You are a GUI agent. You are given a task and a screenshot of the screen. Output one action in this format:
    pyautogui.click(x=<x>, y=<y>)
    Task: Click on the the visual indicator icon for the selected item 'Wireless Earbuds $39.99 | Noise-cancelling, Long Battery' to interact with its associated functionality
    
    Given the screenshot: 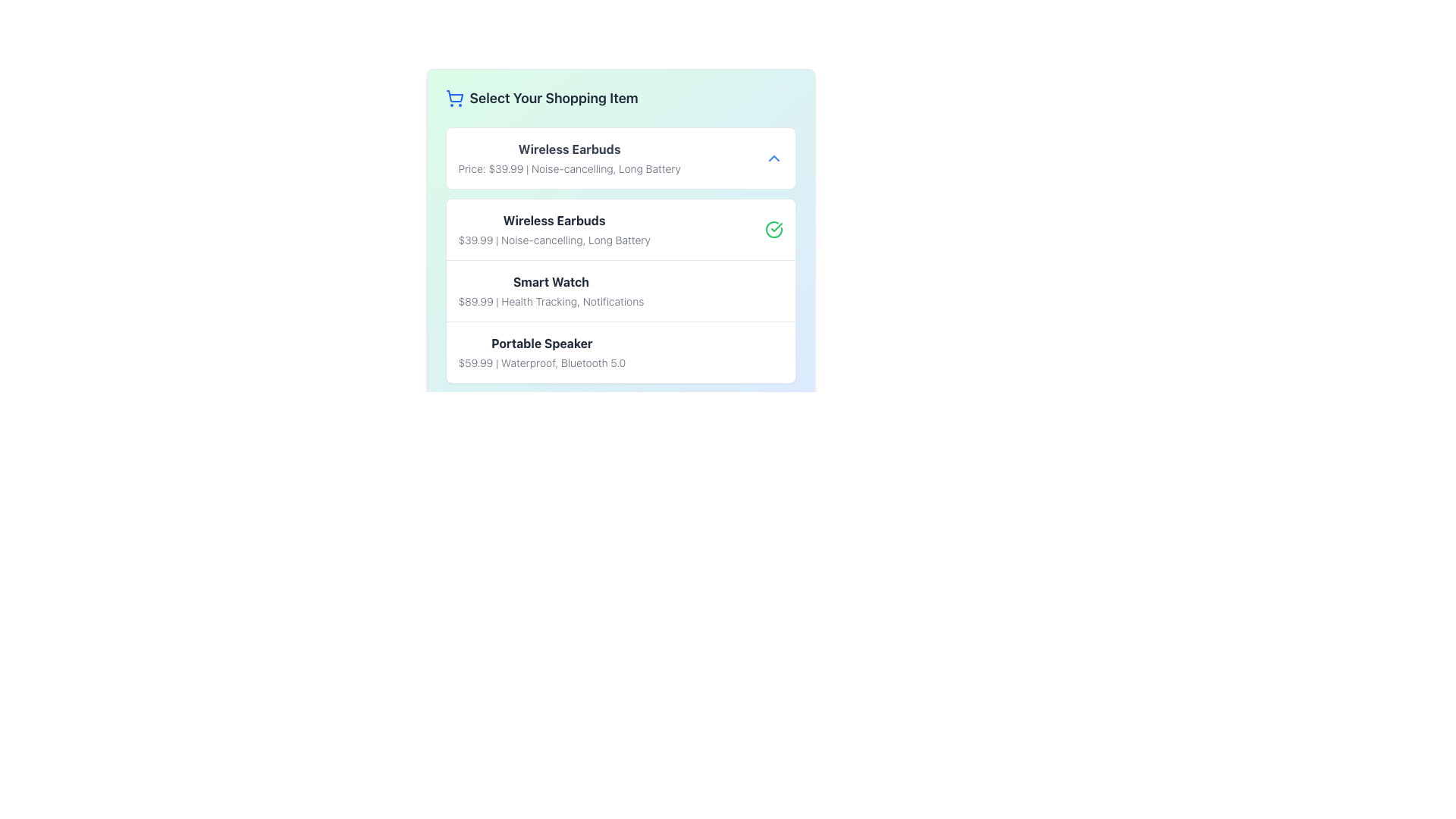 What is the action you would take?
    pyautogui.click(x=773, y=230)
    